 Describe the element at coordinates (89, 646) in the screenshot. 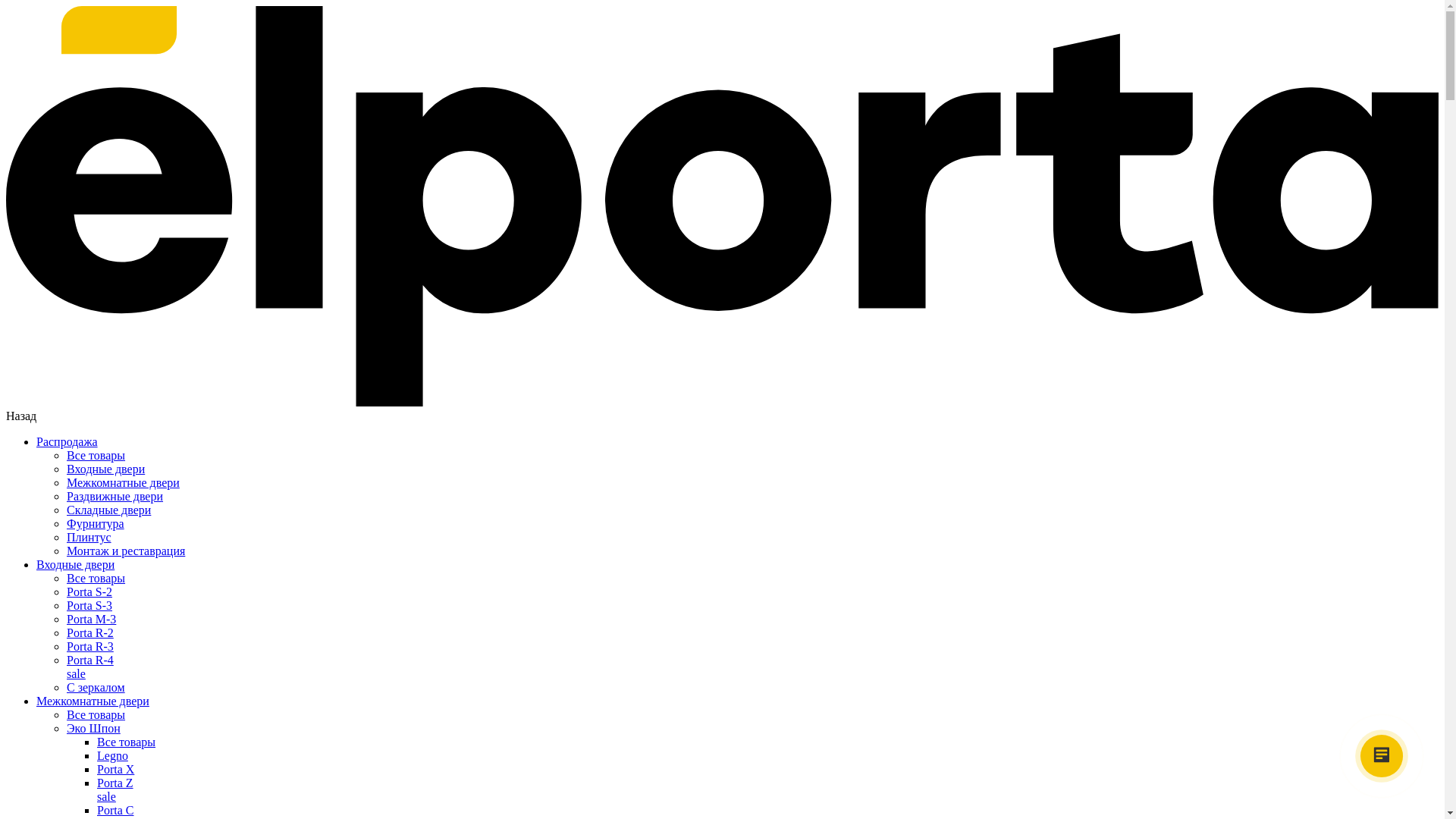

I see `'Porta R-3'` at that location.